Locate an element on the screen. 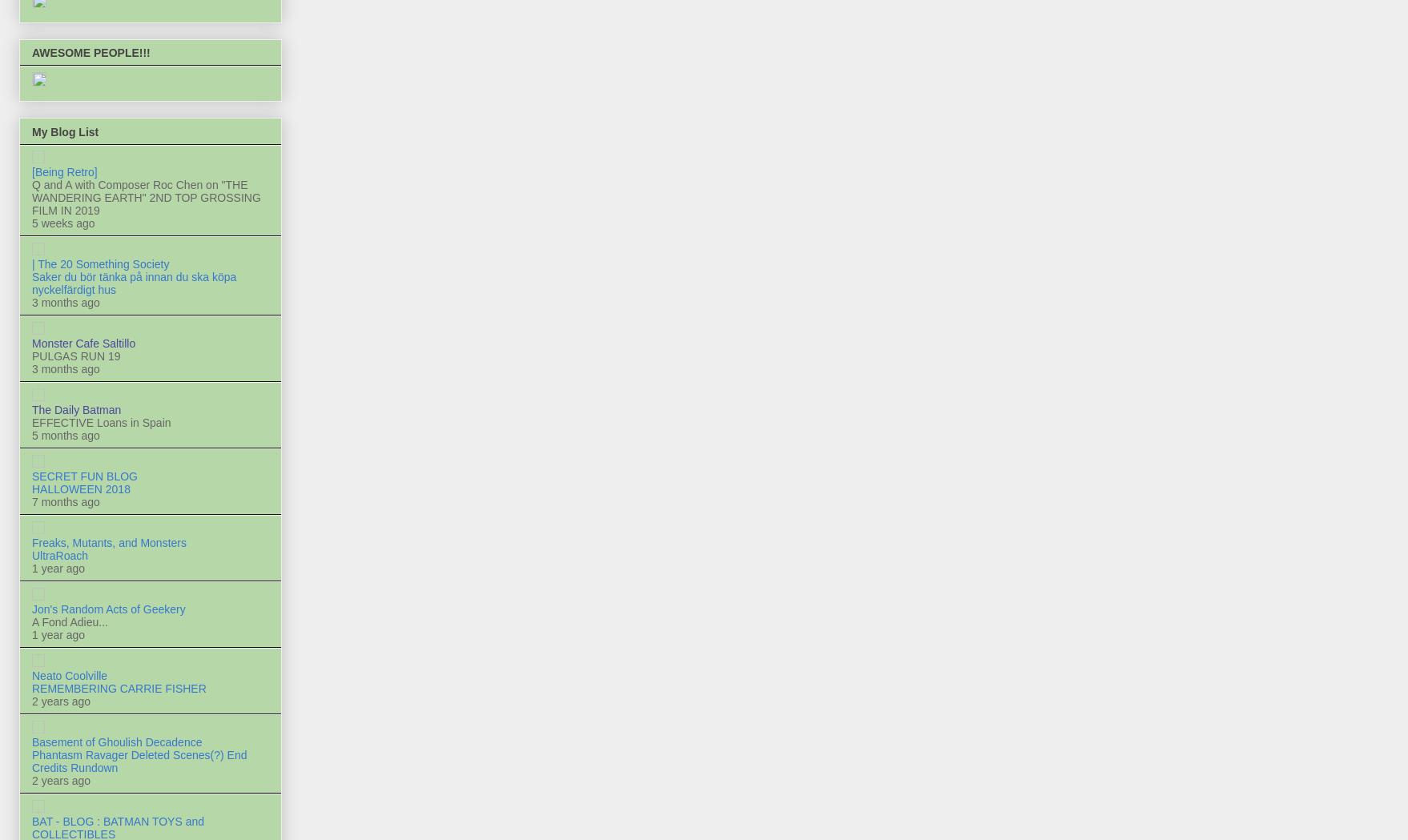 This screenshot has height=840, width=1408. 'AWESOME PEOPLE!!!' is located at coordinates (32, 52).